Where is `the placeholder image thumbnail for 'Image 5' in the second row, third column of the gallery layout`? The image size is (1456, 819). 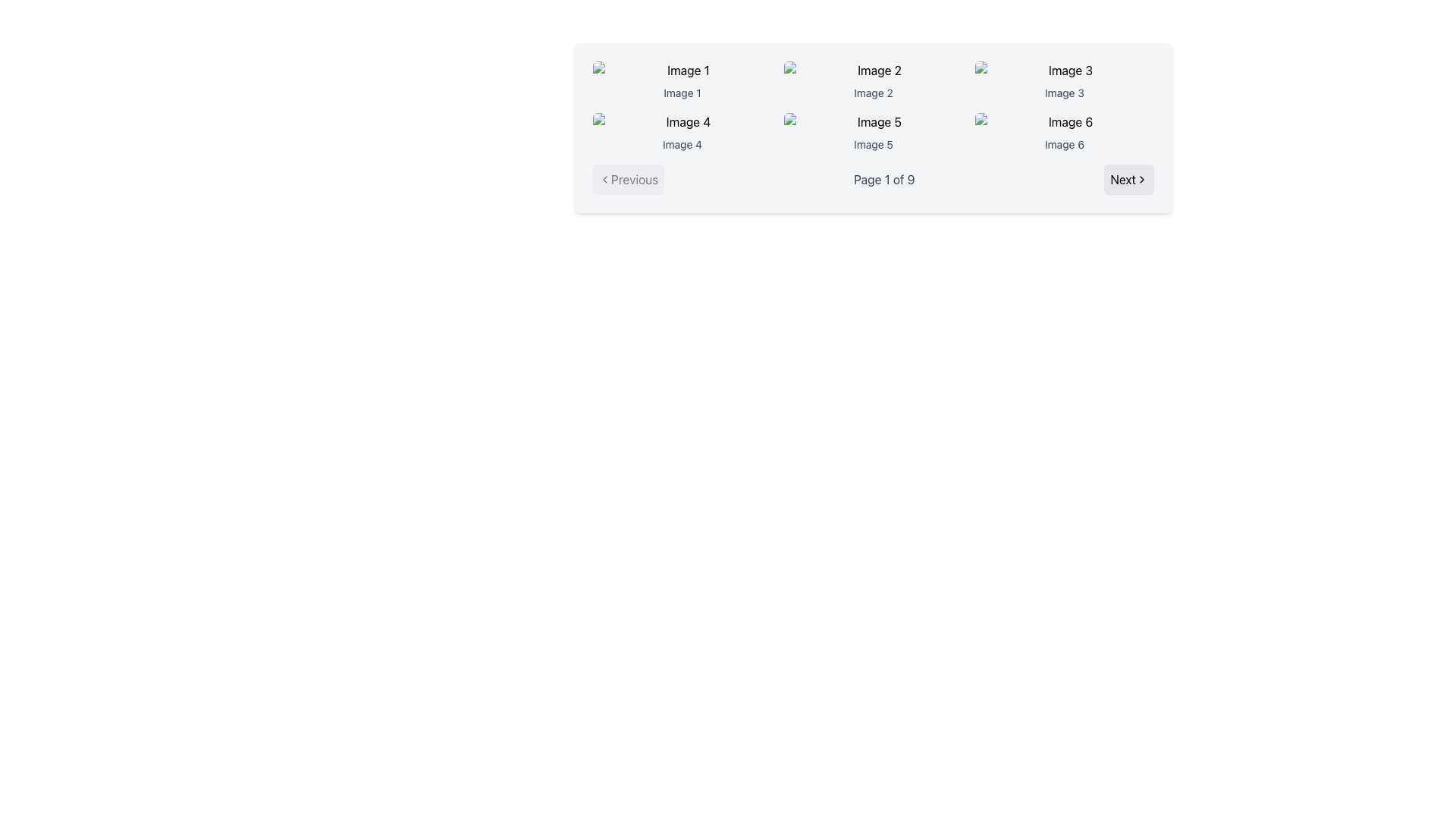
the placeholder image thumbnail for 'Image 5' in the second row, third column of the gallery layout is located at coordinates (874, 121).